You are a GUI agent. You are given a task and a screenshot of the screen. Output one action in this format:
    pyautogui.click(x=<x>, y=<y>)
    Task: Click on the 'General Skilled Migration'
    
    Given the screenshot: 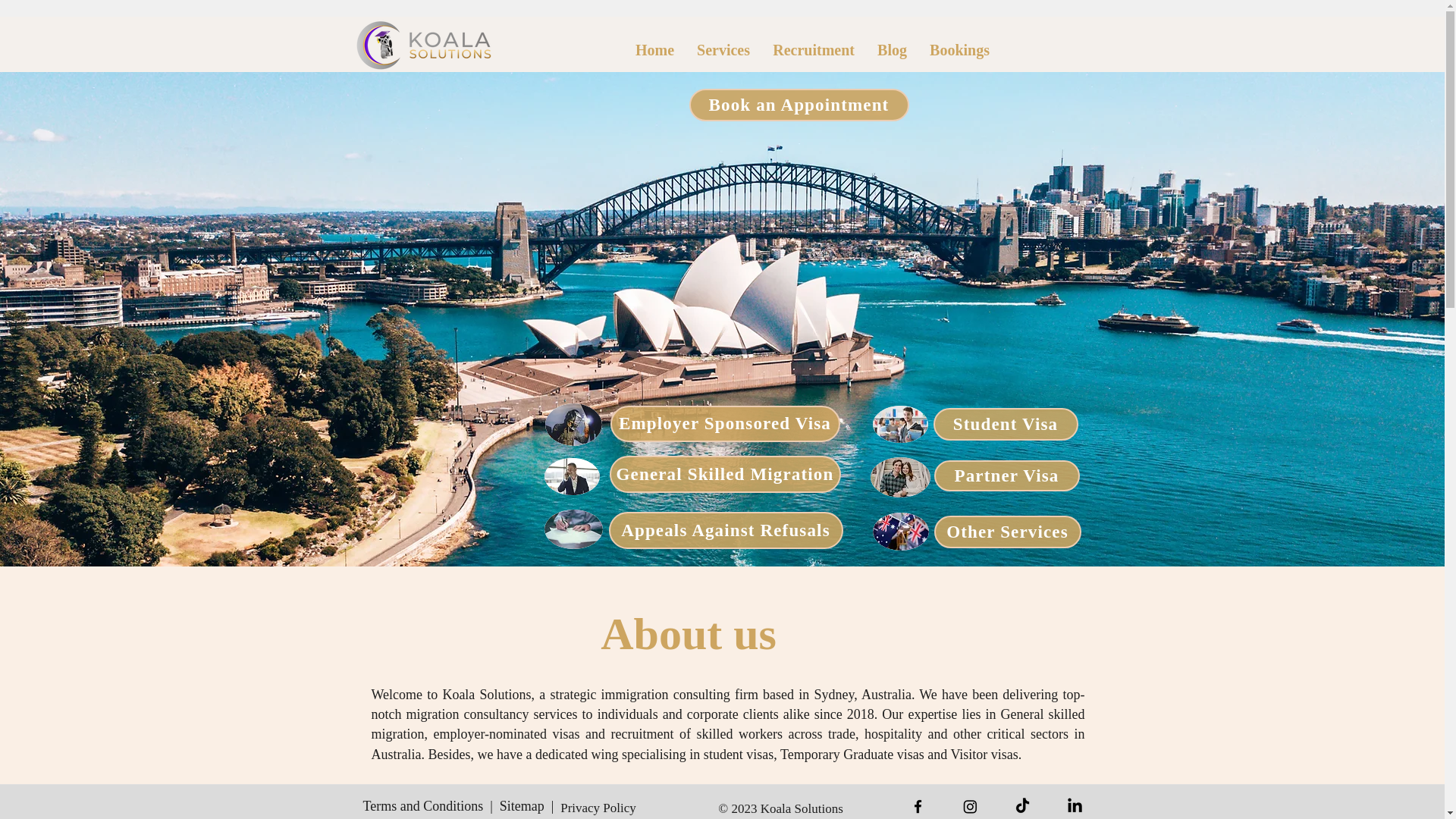 What is the action you would take?
    pyautogui.click(x=724, y=473)
    